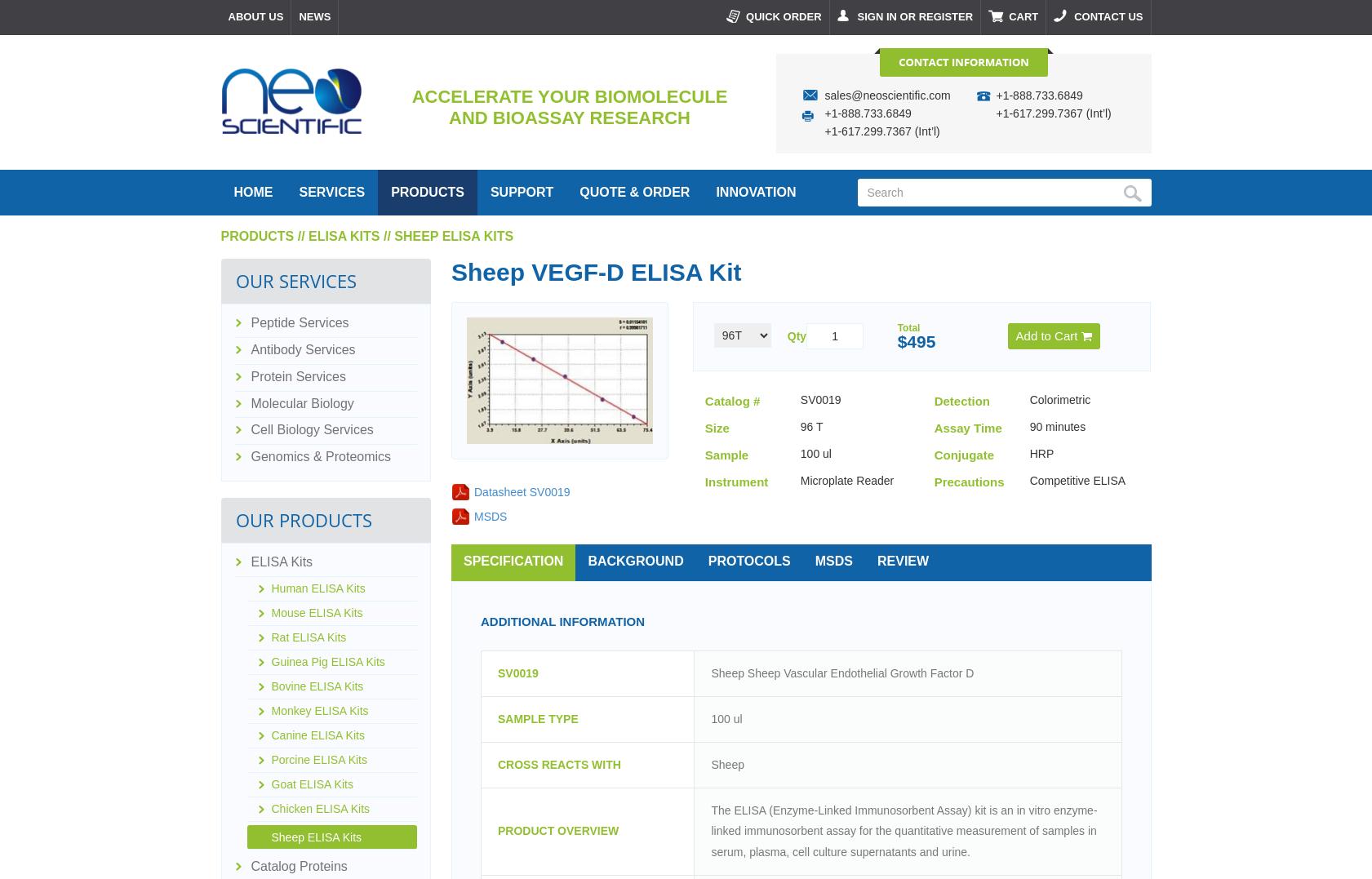 This screenshot has height=879, width=1372. Describe the element at coordinates (562, 619) in the screenshot. I see `'Additional Information'` at that location.